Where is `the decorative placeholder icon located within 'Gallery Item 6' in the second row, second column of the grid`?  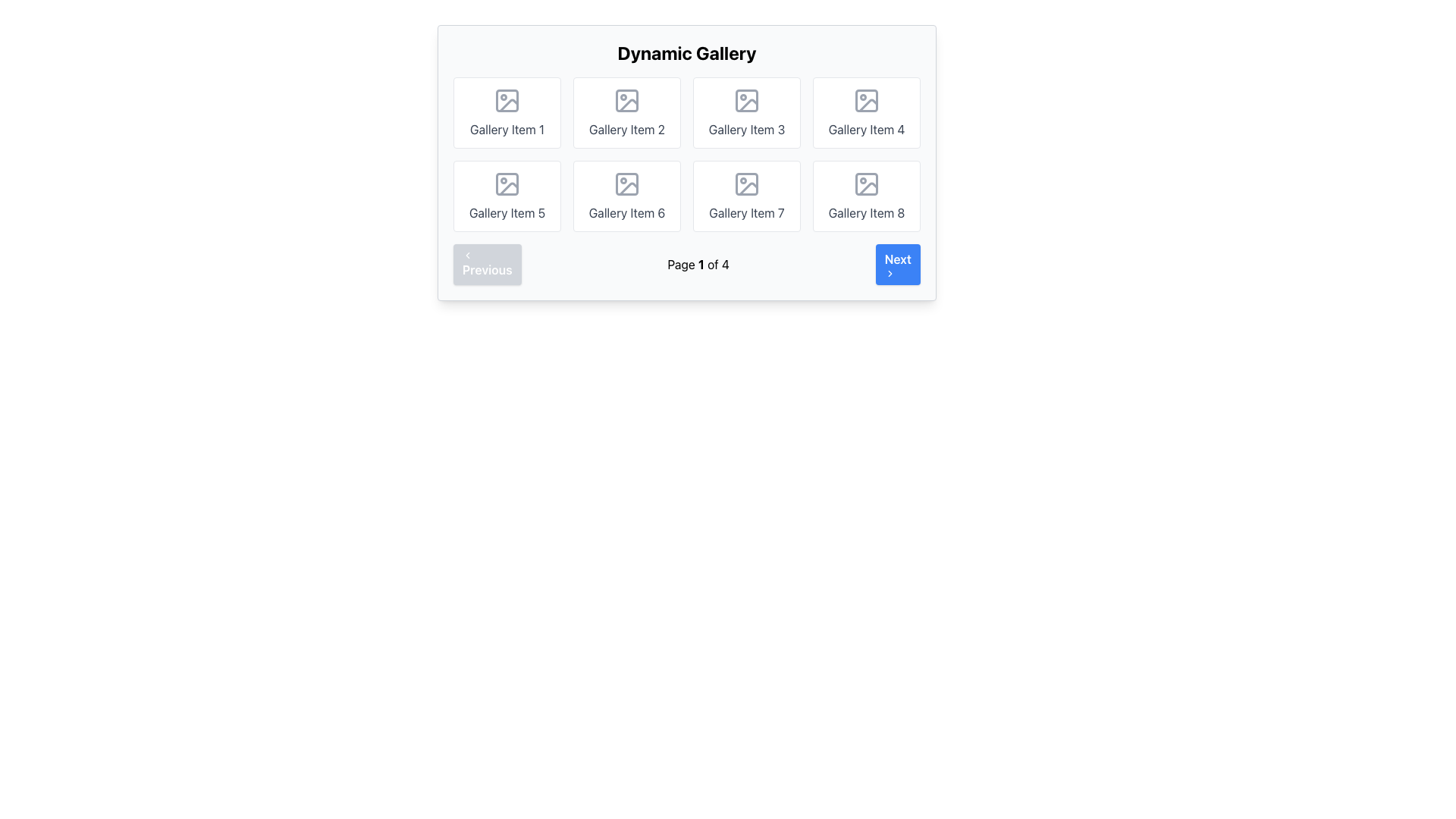 the decorative placeholder icon located within 'Gallery Item 6' in the second row, second column of the grid is located at coordinates (629, 188).